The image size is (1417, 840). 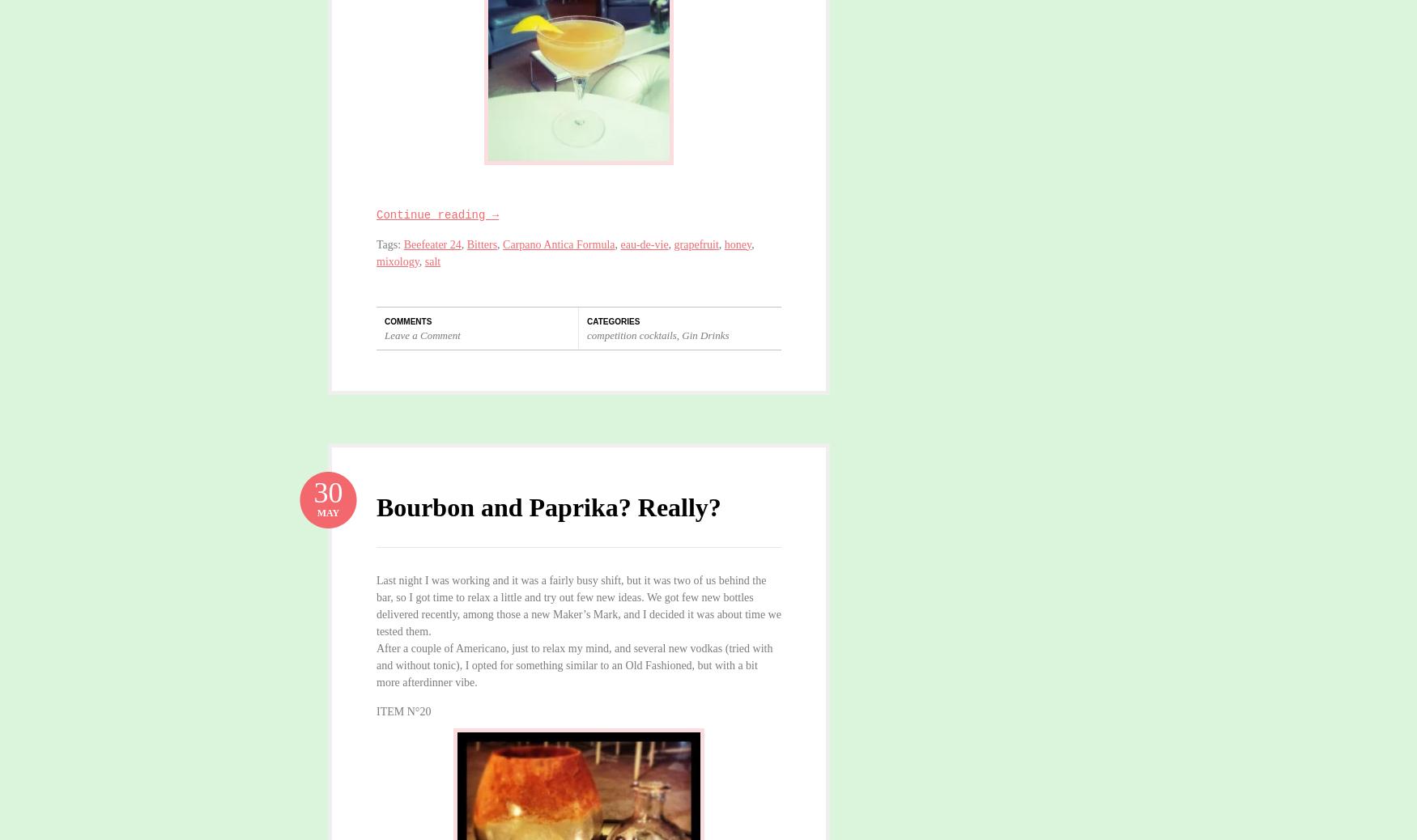 I want to click on 'mixology', so click(x=376, y=261).